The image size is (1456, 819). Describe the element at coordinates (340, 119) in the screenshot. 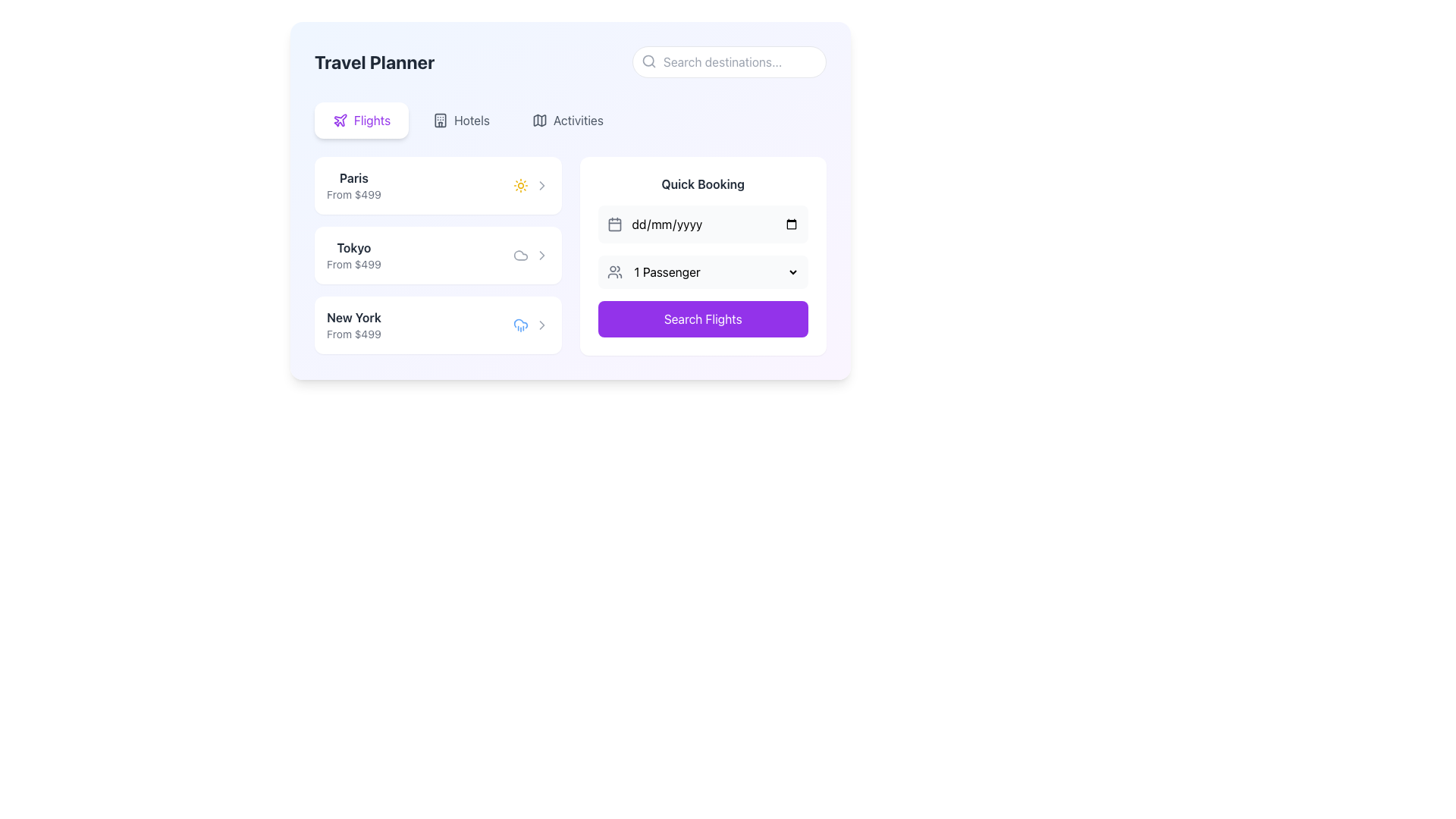

I see `the airplane icon located within the 'Flights' button in the top-left corner of the main content area, which is styled in purple and has a modern rounded design` at that location.